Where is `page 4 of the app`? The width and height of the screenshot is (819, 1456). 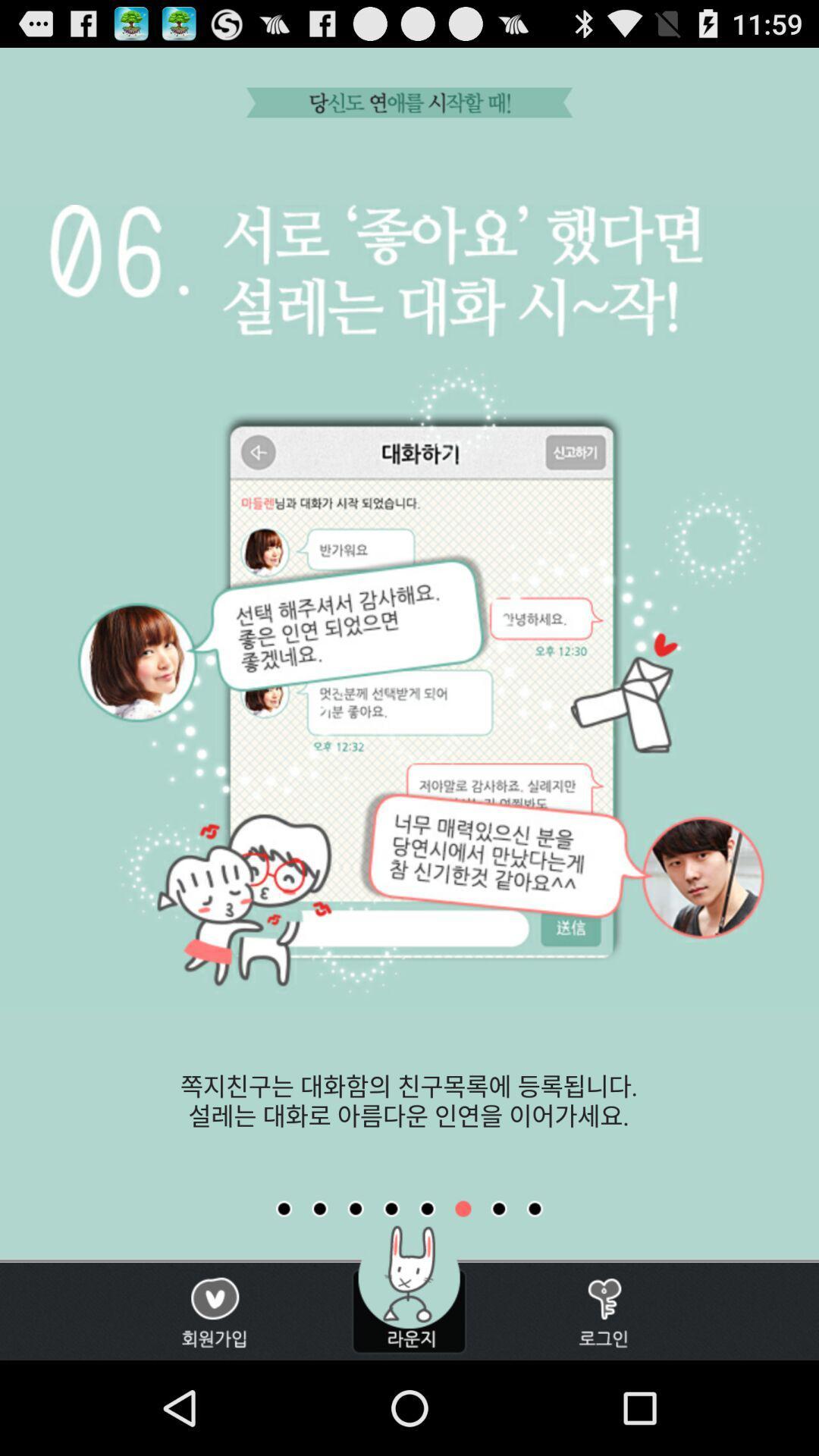
page 4 of the app is located at coordinates (391, 1208).